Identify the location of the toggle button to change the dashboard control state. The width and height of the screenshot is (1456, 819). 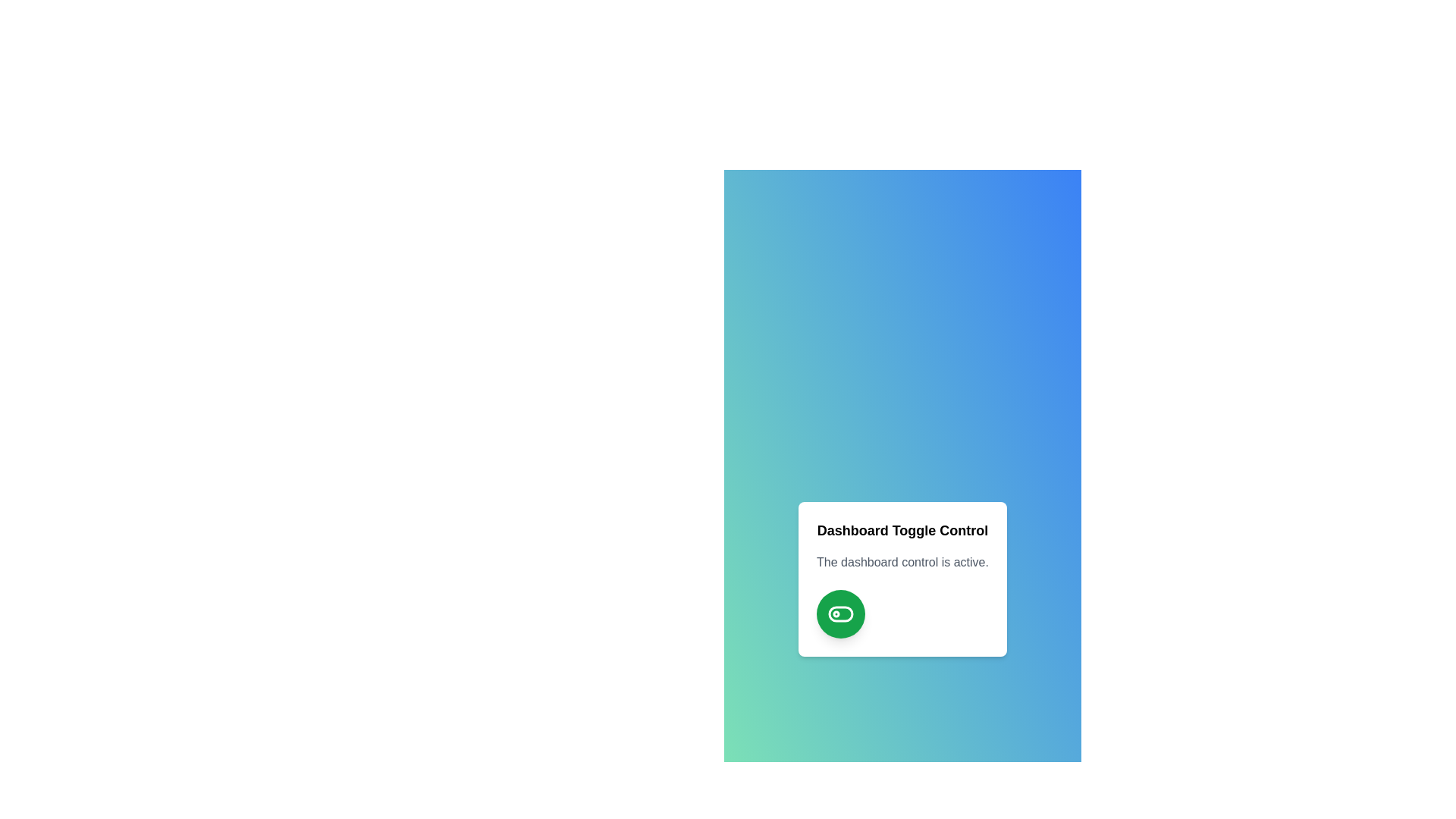
(840, 614).